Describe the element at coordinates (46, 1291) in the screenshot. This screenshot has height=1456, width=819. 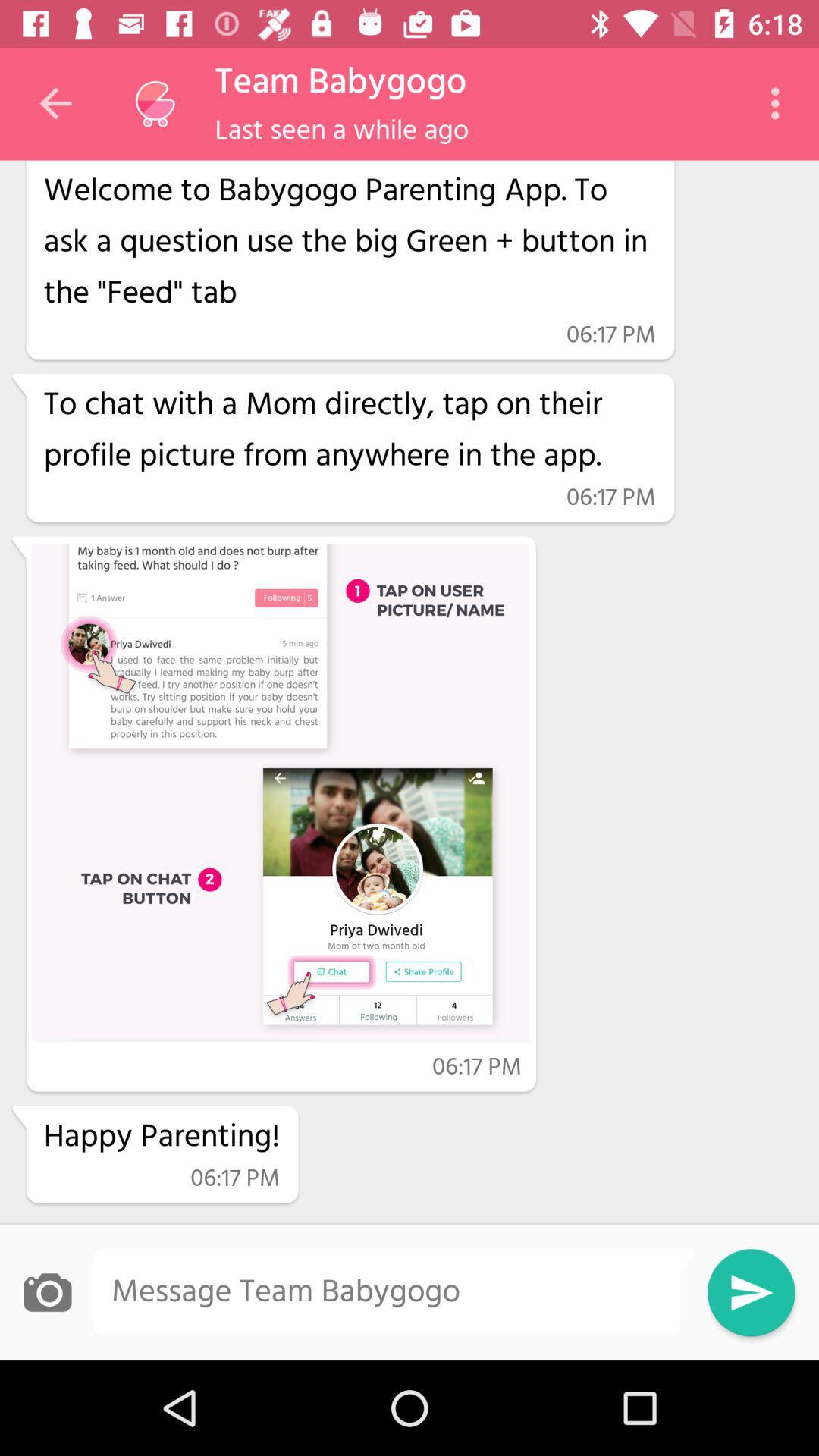
I see `insert or take photo` at that location.